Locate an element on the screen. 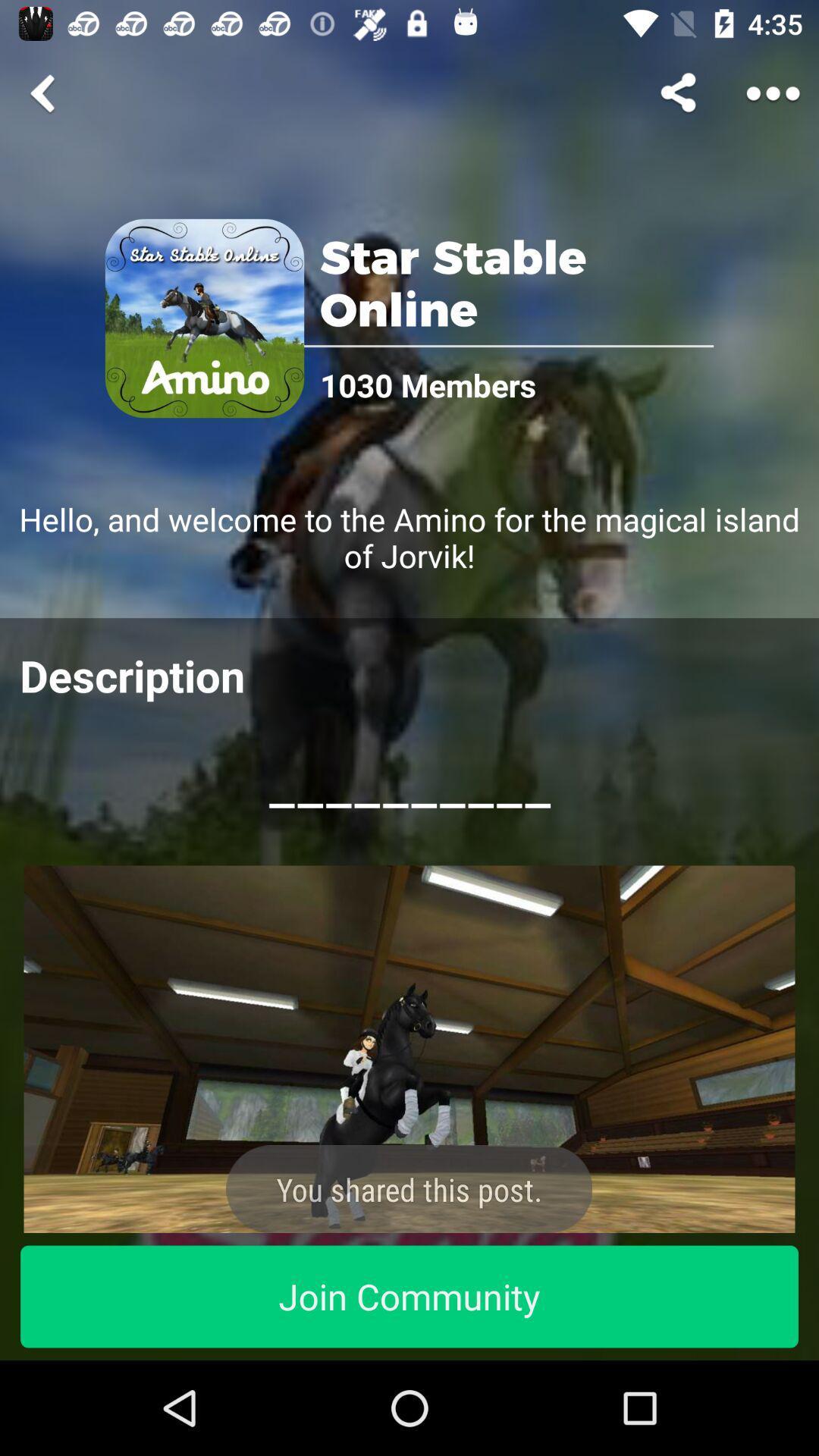  share the article is located at coordinates (773, 93).